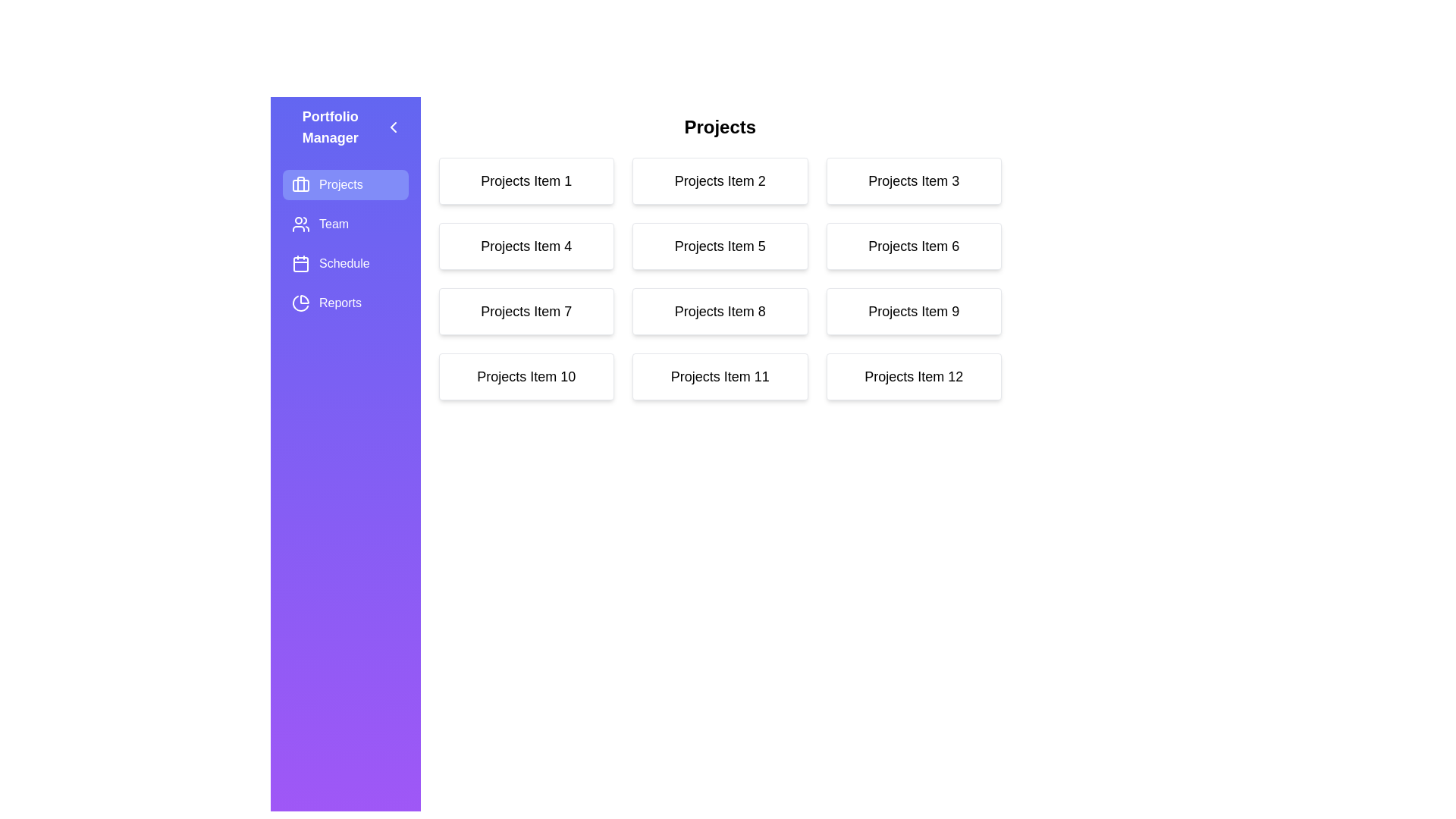  What do you see at coordinates (344, 262) in the screenshot?
I see `the sidebar module Schedule to navigate to it` at bounding box center [344, 262].